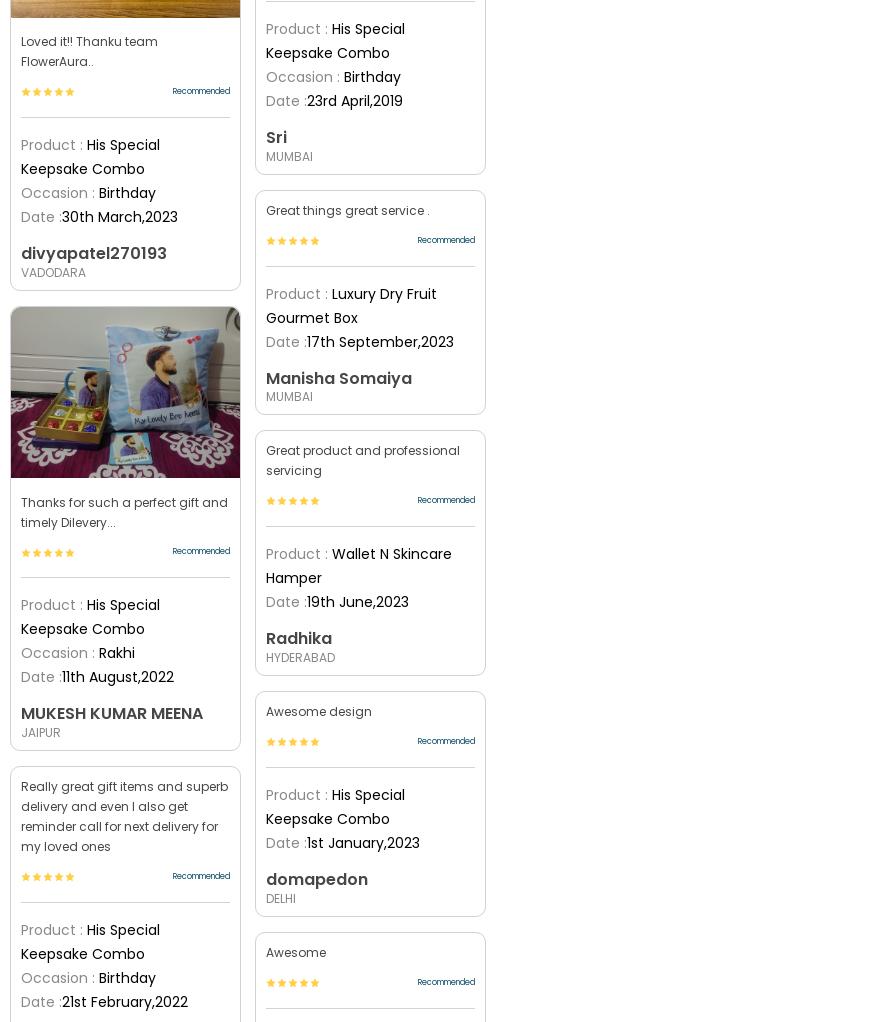 The image size is (890, 1022). Describe the element at coordinates (96, 505) in the screenshot. I see `'Men Daily Essentials Combo'` at that location.